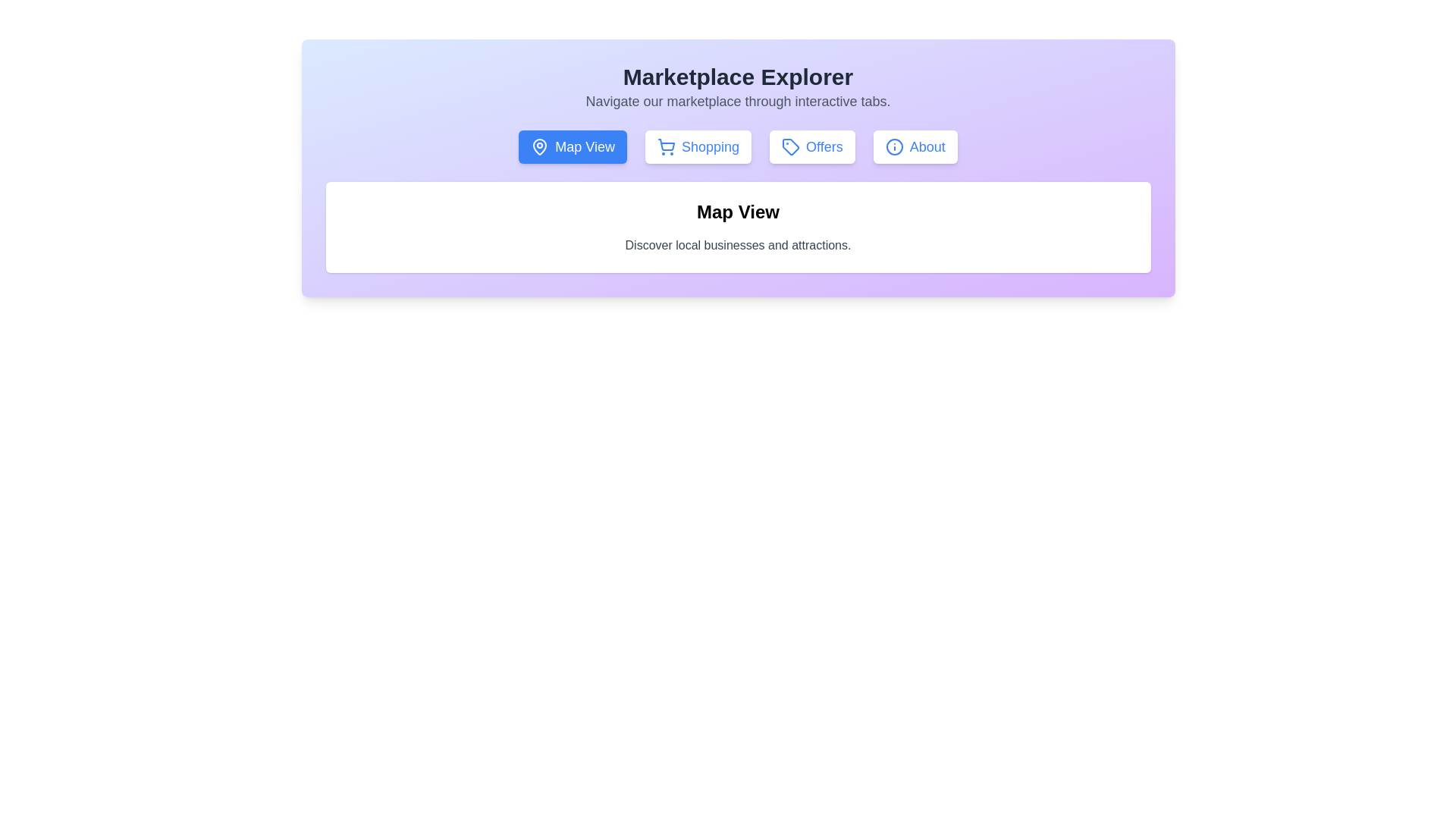  Describe the element at coordinates (571, 146) in the screenshot. I see `the tab labeled Map View` at that location.